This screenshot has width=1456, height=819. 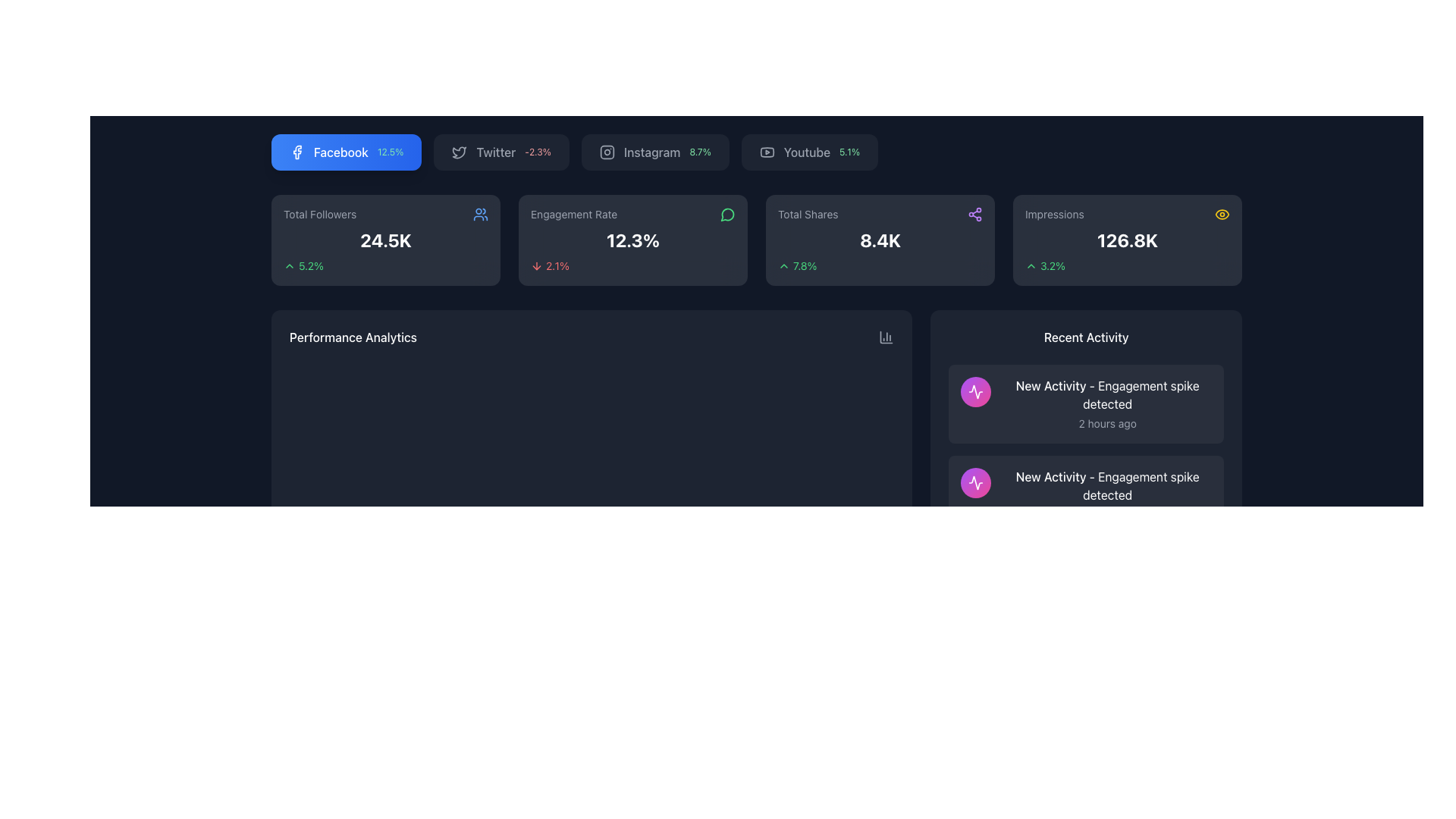 What do you see at coordinates (976, 482) in the screenshot?
I see `the pink activity icon located in the 'Recent Activity' panel` at bounding box center [976, 482].